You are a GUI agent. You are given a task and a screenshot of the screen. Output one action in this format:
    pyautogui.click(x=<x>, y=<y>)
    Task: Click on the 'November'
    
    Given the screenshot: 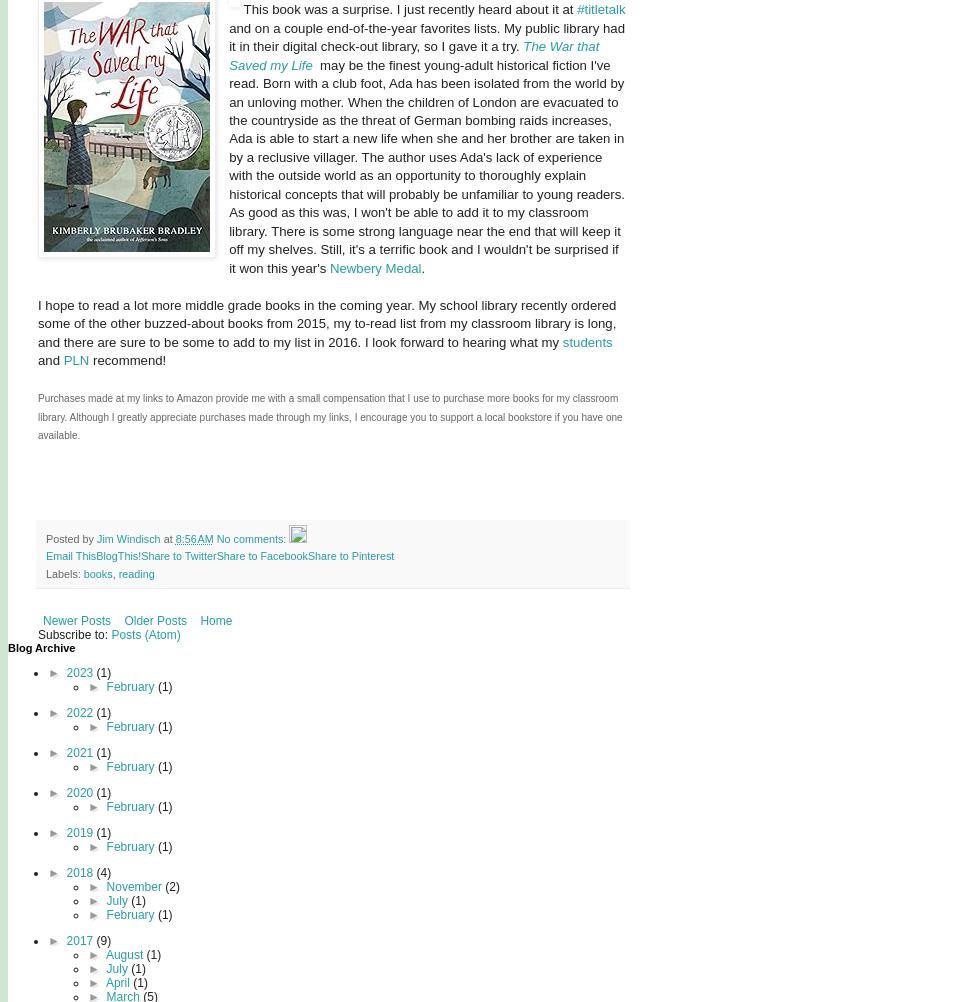 What is the action you would take?
    pyautogui.click(x=134, y=885)
    